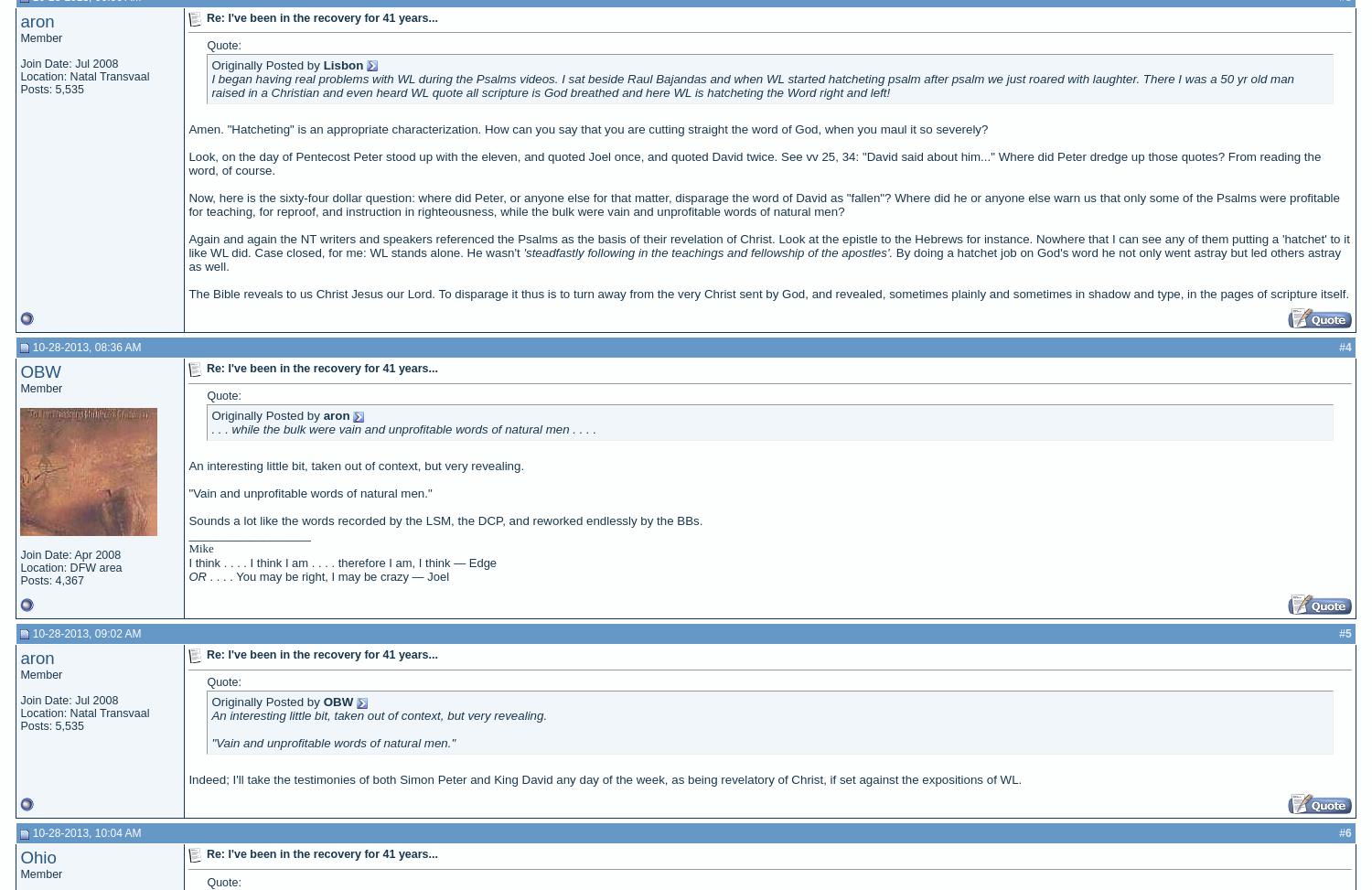 The height and width of the screenshot is (890, 1372). I want to click on '5', so click(1346, 631).